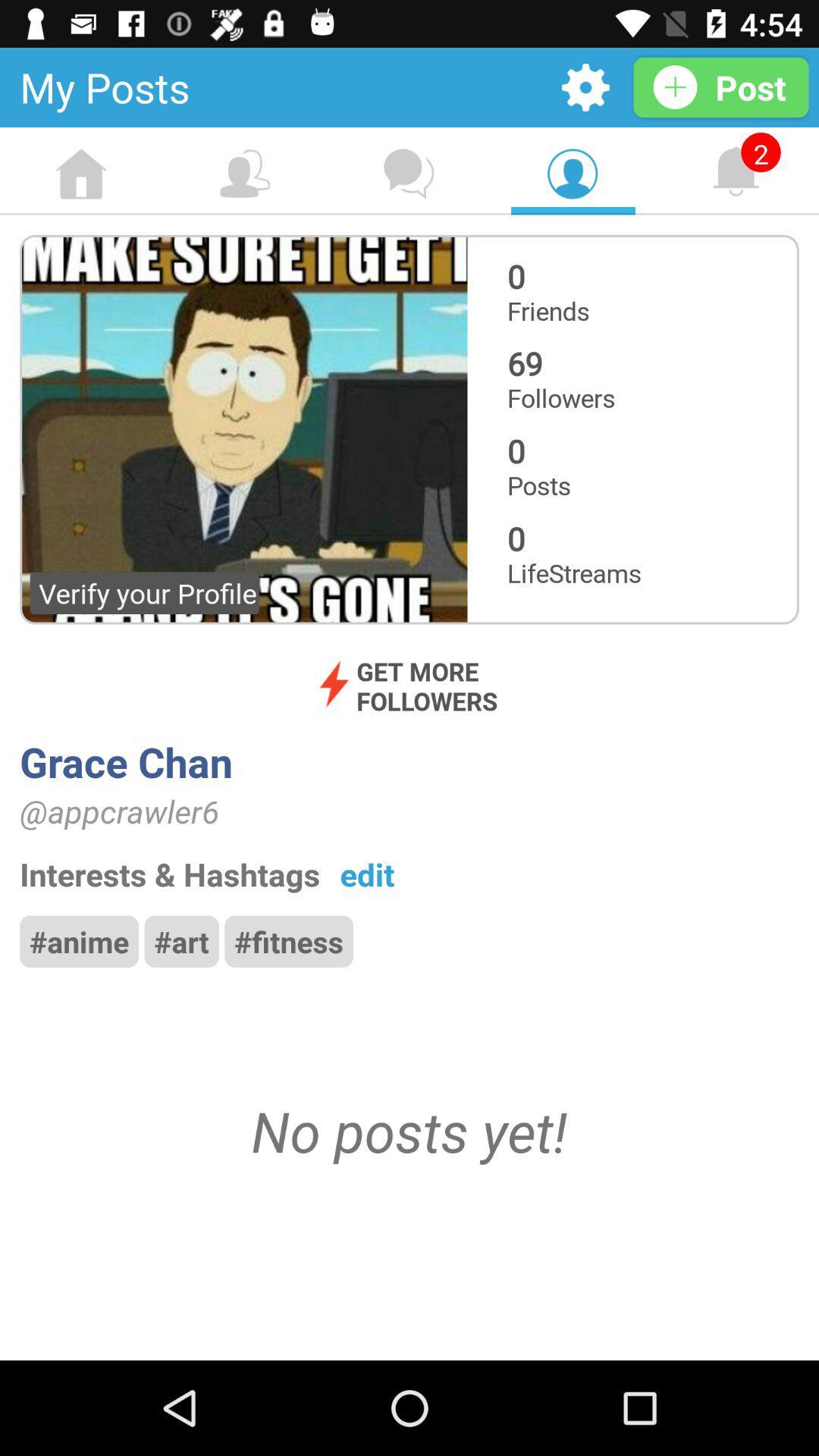 This screenshot has width=819, height=1456. I want to click on icon next to the #art, so click(79, 940).